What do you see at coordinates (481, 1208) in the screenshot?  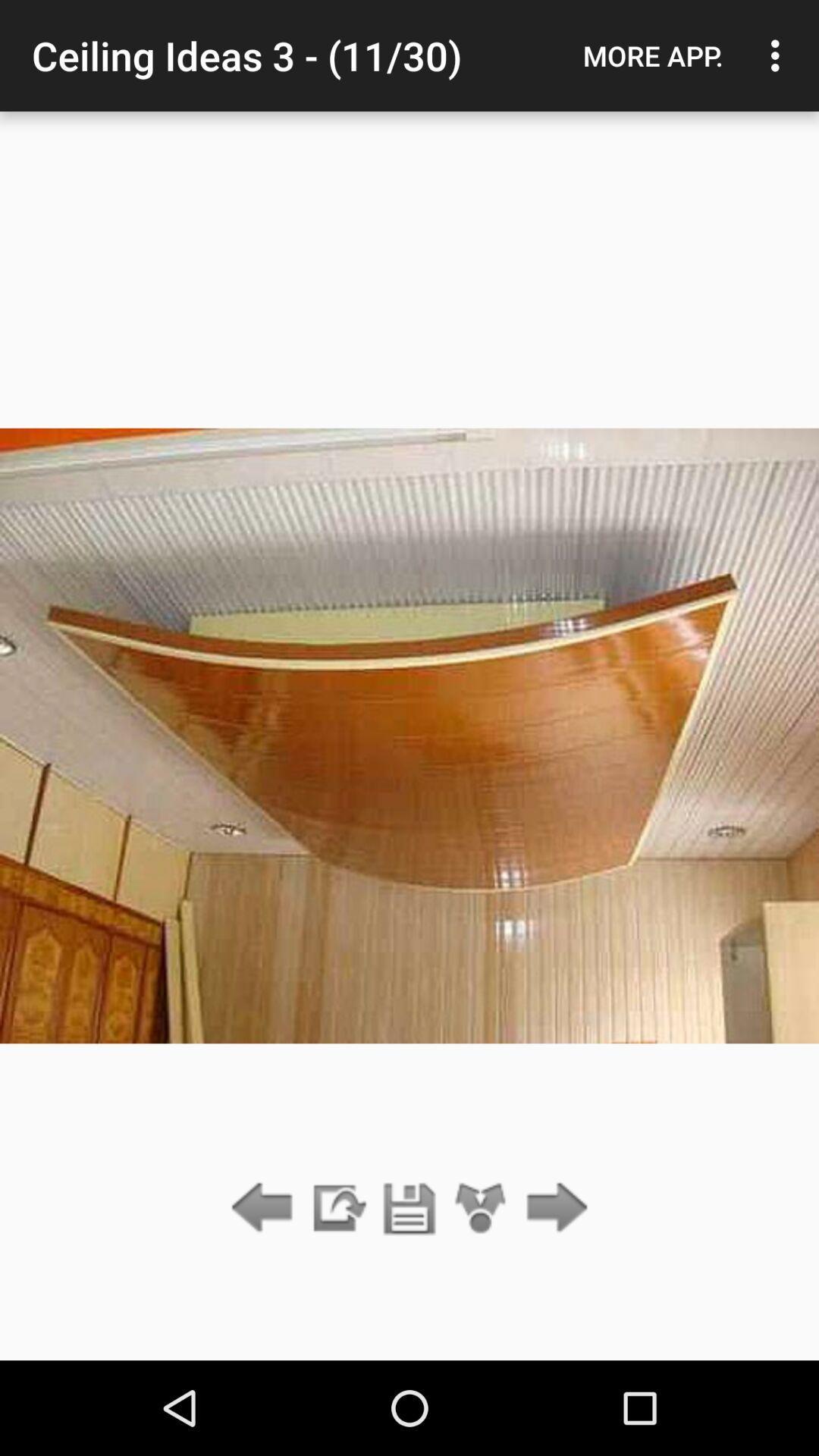 I see `share` at bounding box center [481, 1208].